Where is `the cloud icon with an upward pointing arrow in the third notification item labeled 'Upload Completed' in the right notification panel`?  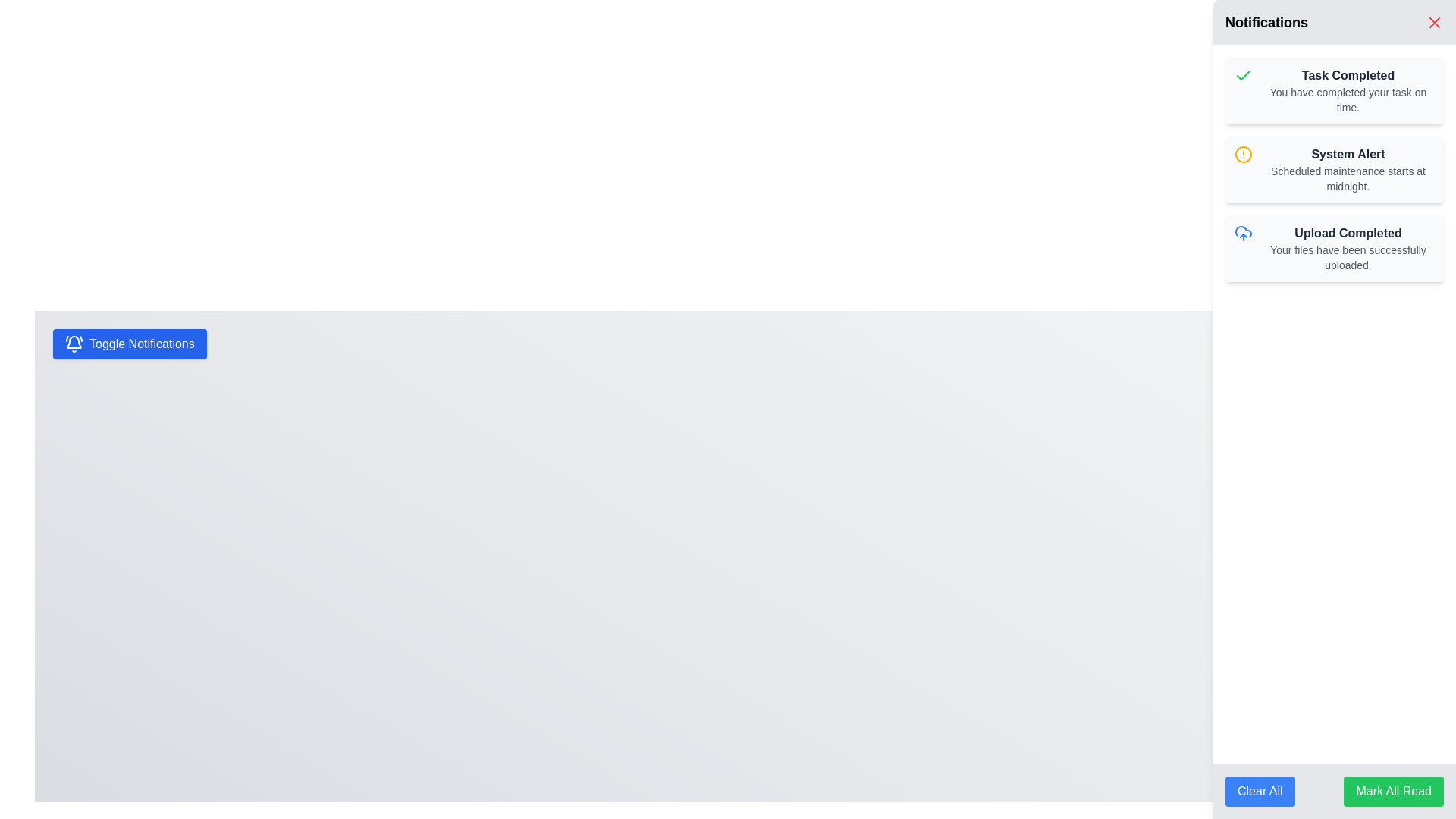 the cloud icon with an upward pointing arrow in the third notification item labeled 'Upload Completed' in the right notification panel is located at coordinates (1244, 231).